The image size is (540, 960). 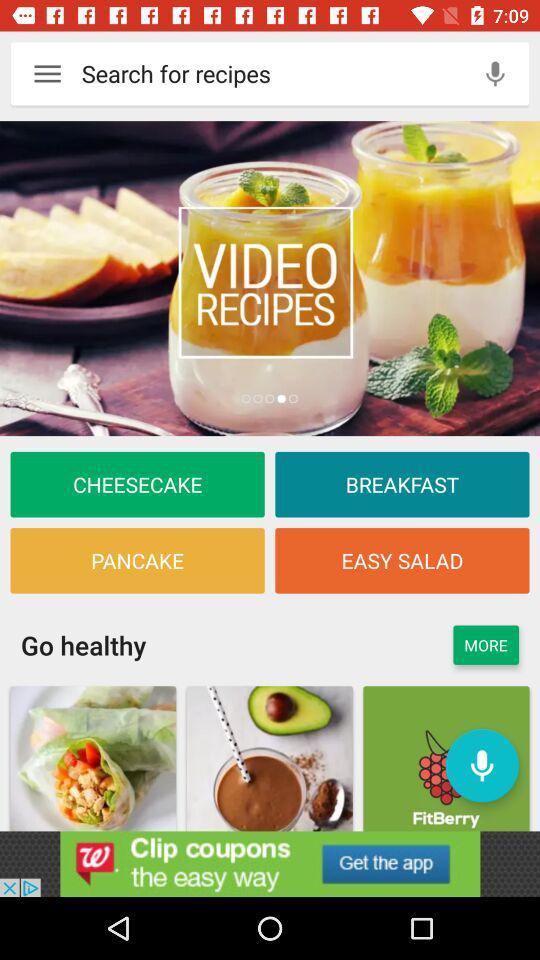 I want to click on the microphone icon, so click(x=494, y=73).